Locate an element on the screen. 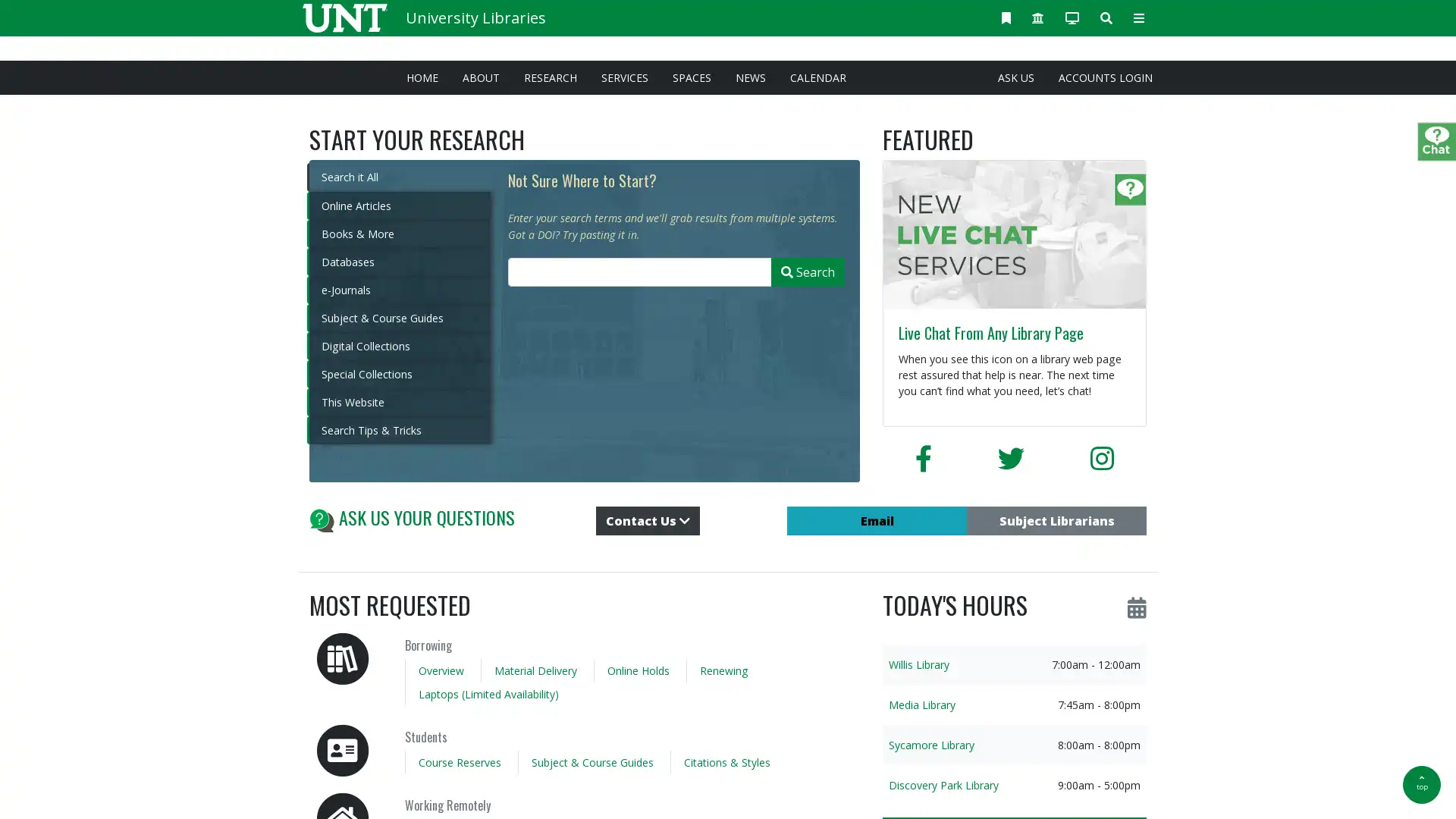 Image resolution: width=1456 pixels, height=819 pixels. Open Dialog: Libraries - People and Places is located at coordinates (1037, 17).